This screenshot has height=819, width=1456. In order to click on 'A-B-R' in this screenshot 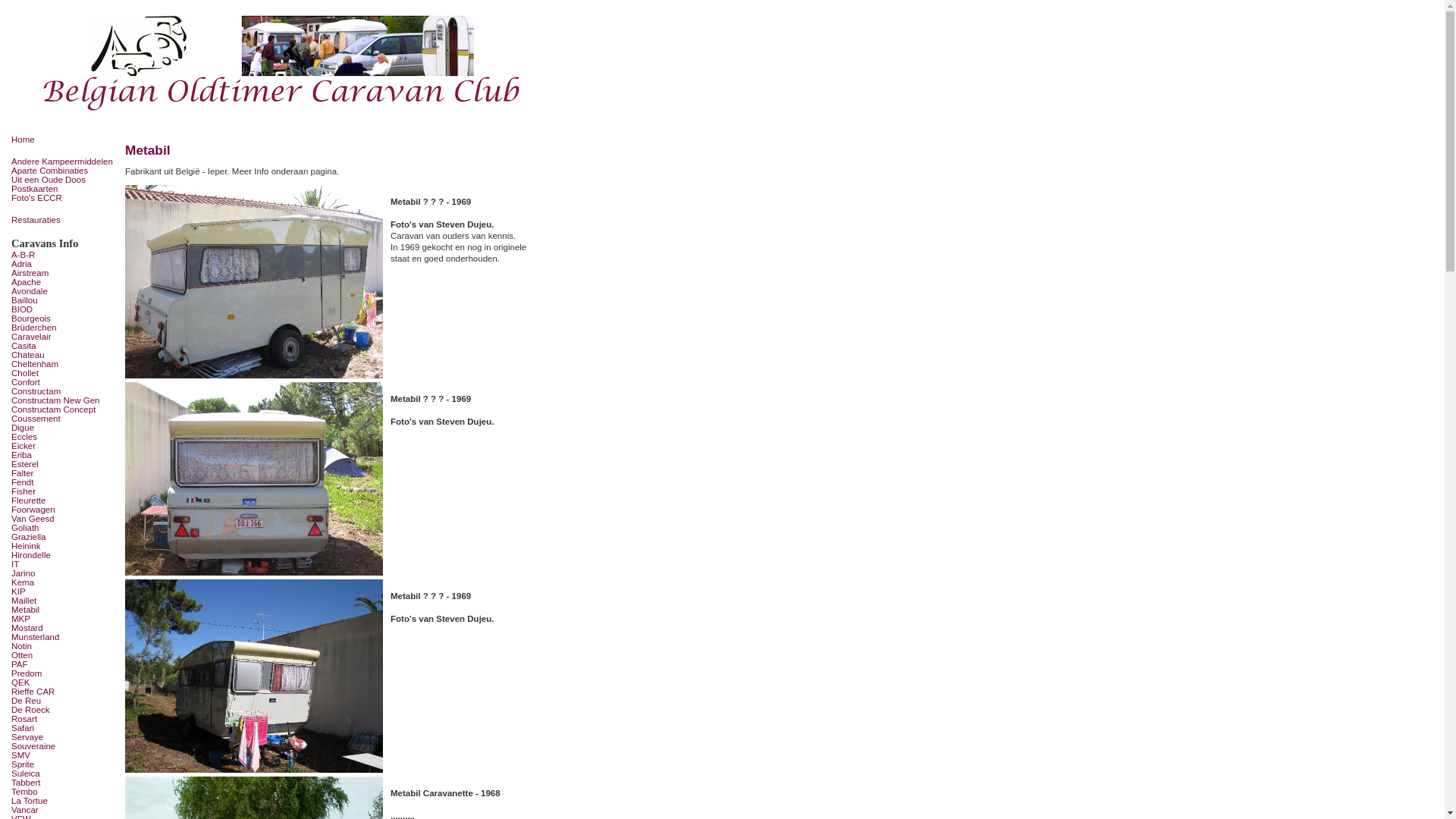, I will do `click(64, 253)`.